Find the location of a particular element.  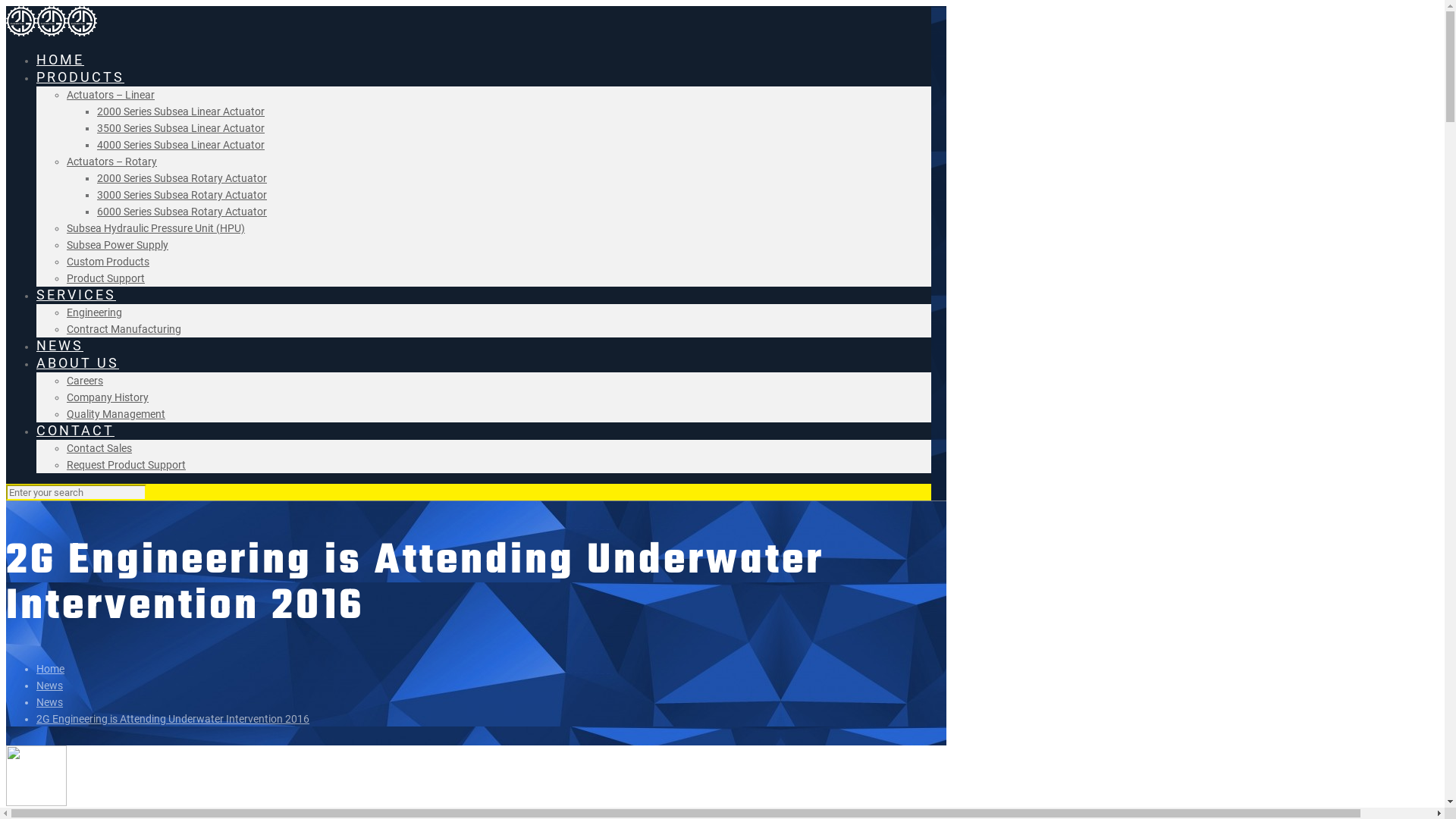

'Careers' is located at coordinates (83, 379).